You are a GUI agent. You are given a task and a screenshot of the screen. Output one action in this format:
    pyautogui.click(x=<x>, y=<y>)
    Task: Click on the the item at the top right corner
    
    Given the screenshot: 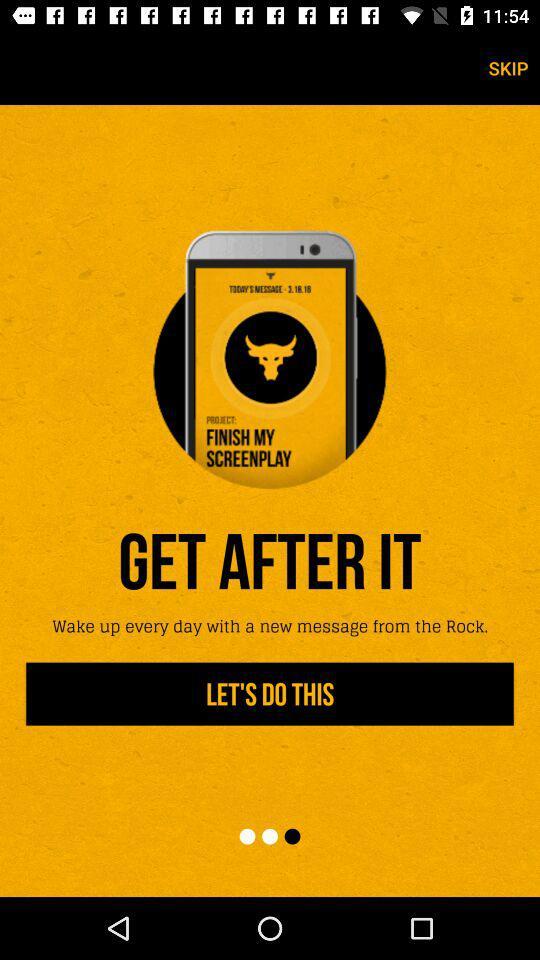 What is the action you would take?
    pyautogui.click(x=508, y=68)
    